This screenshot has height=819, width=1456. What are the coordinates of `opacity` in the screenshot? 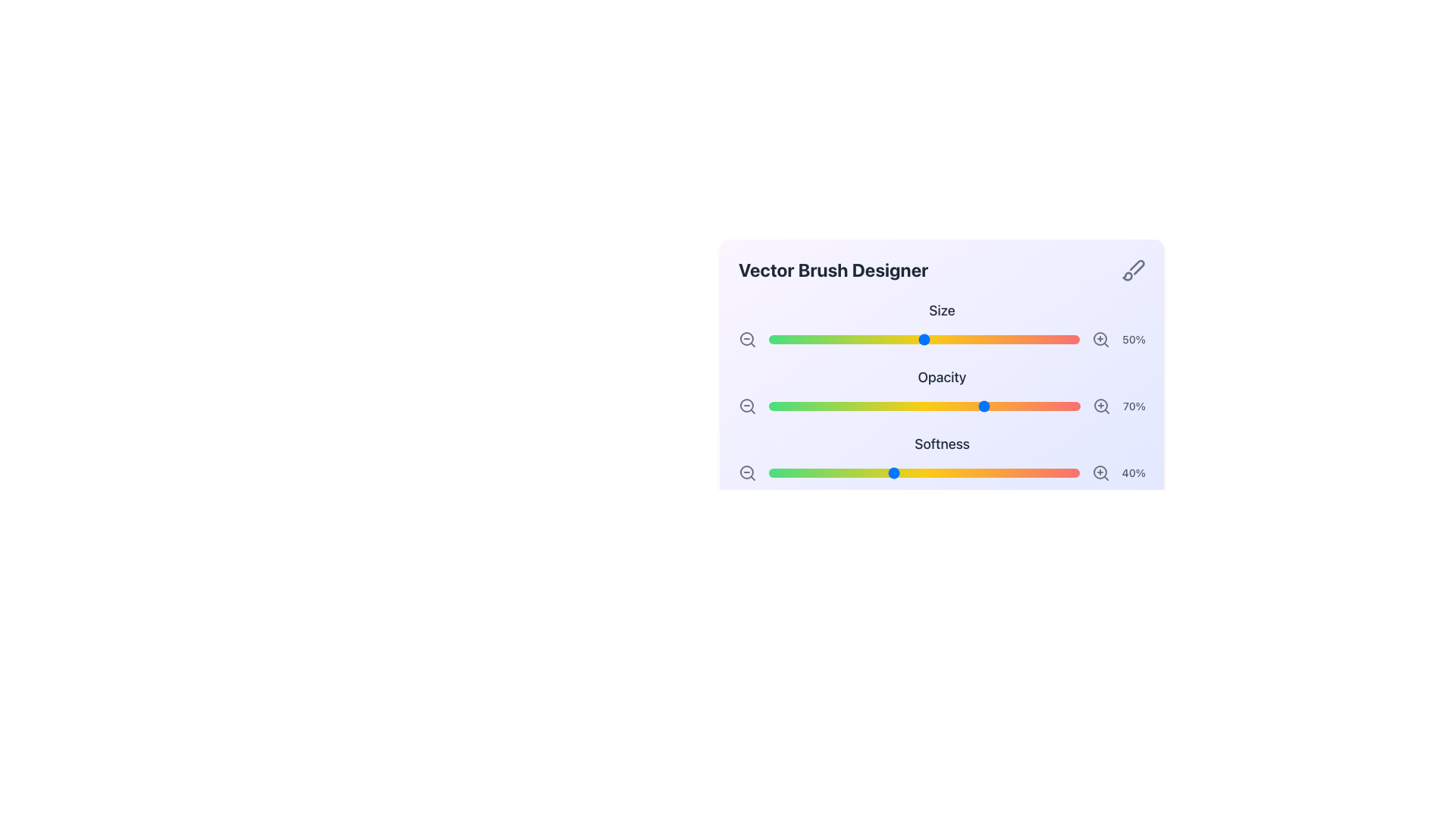 It's located at (781, 406).